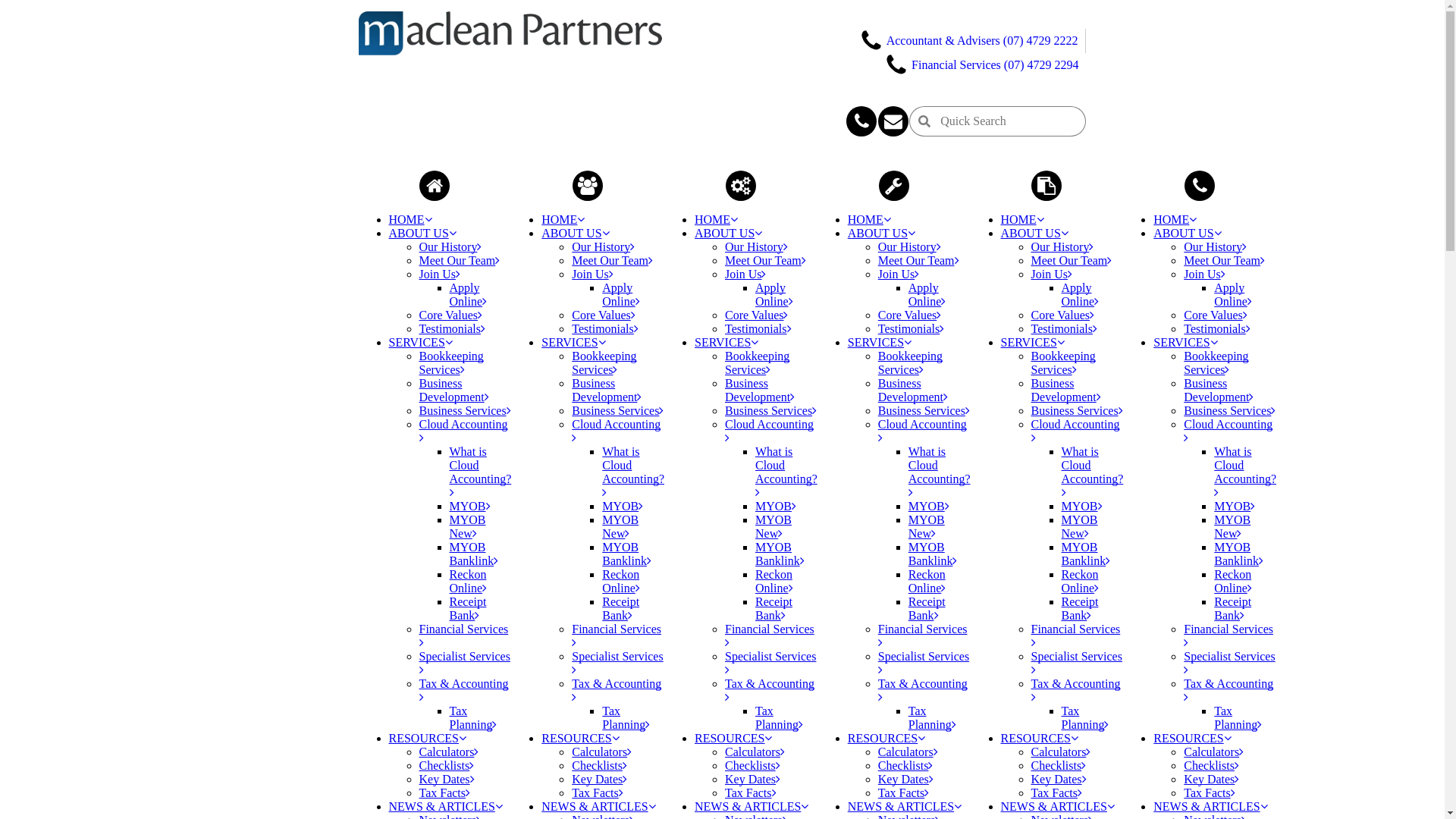  I want to click on 'NEWS & ARTICLES', so click(444, 805).